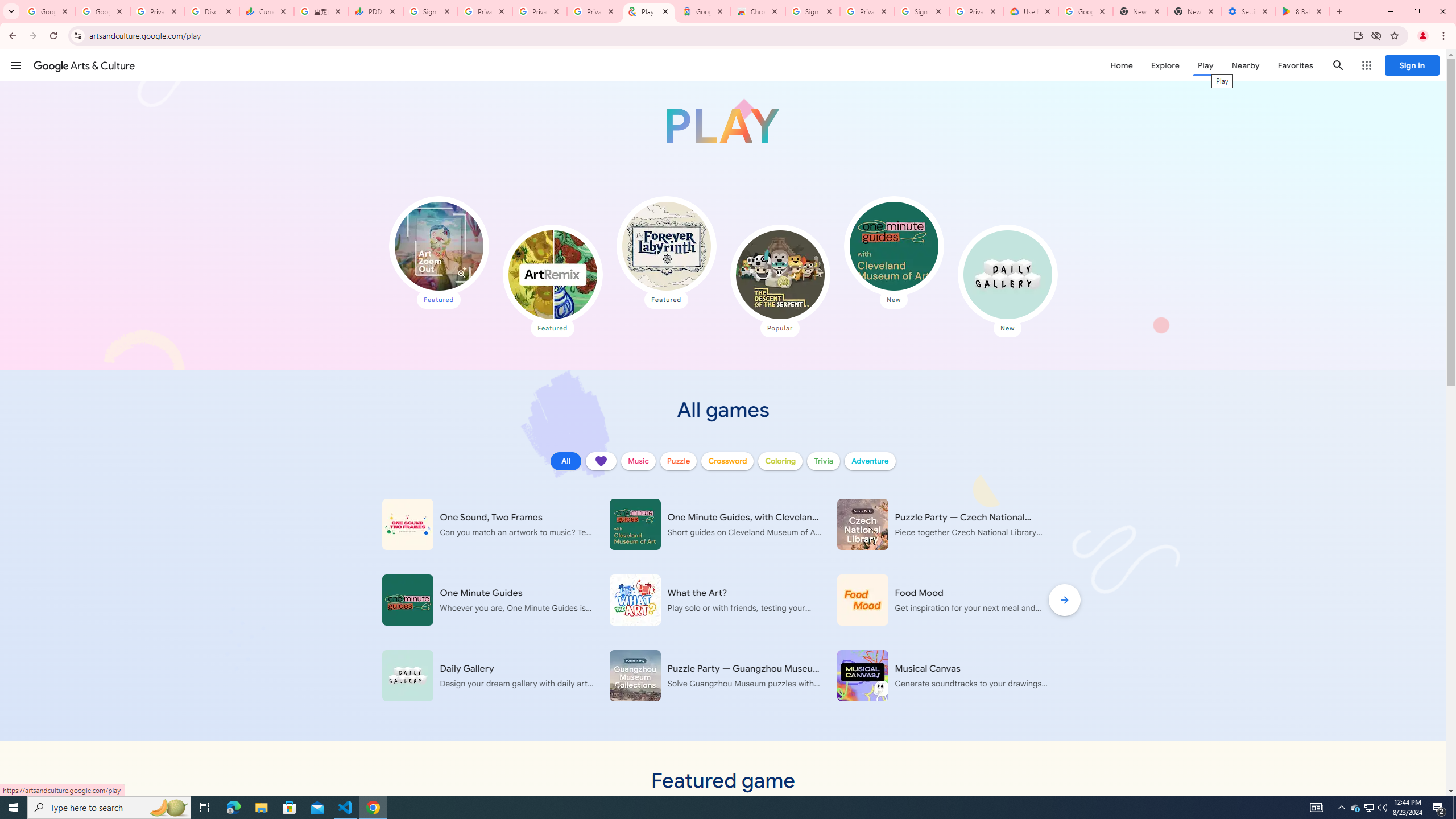  What do you see at coordinates (1302, 11) in the screenshot?
I see `'8 Ball Pool - Apps on Google Play'` at bounding box center [1302, 11].